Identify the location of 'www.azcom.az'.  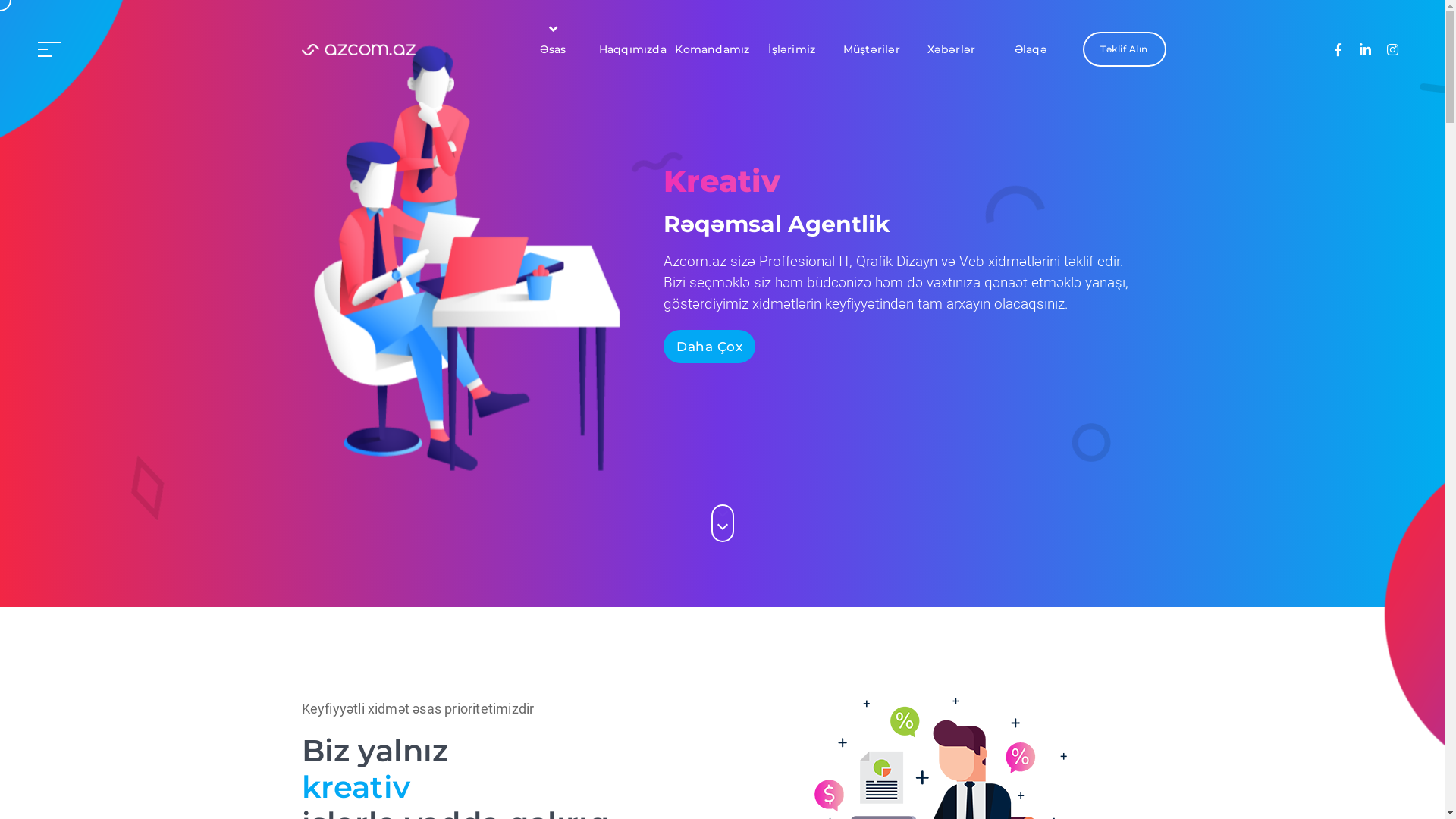
(358, 49).